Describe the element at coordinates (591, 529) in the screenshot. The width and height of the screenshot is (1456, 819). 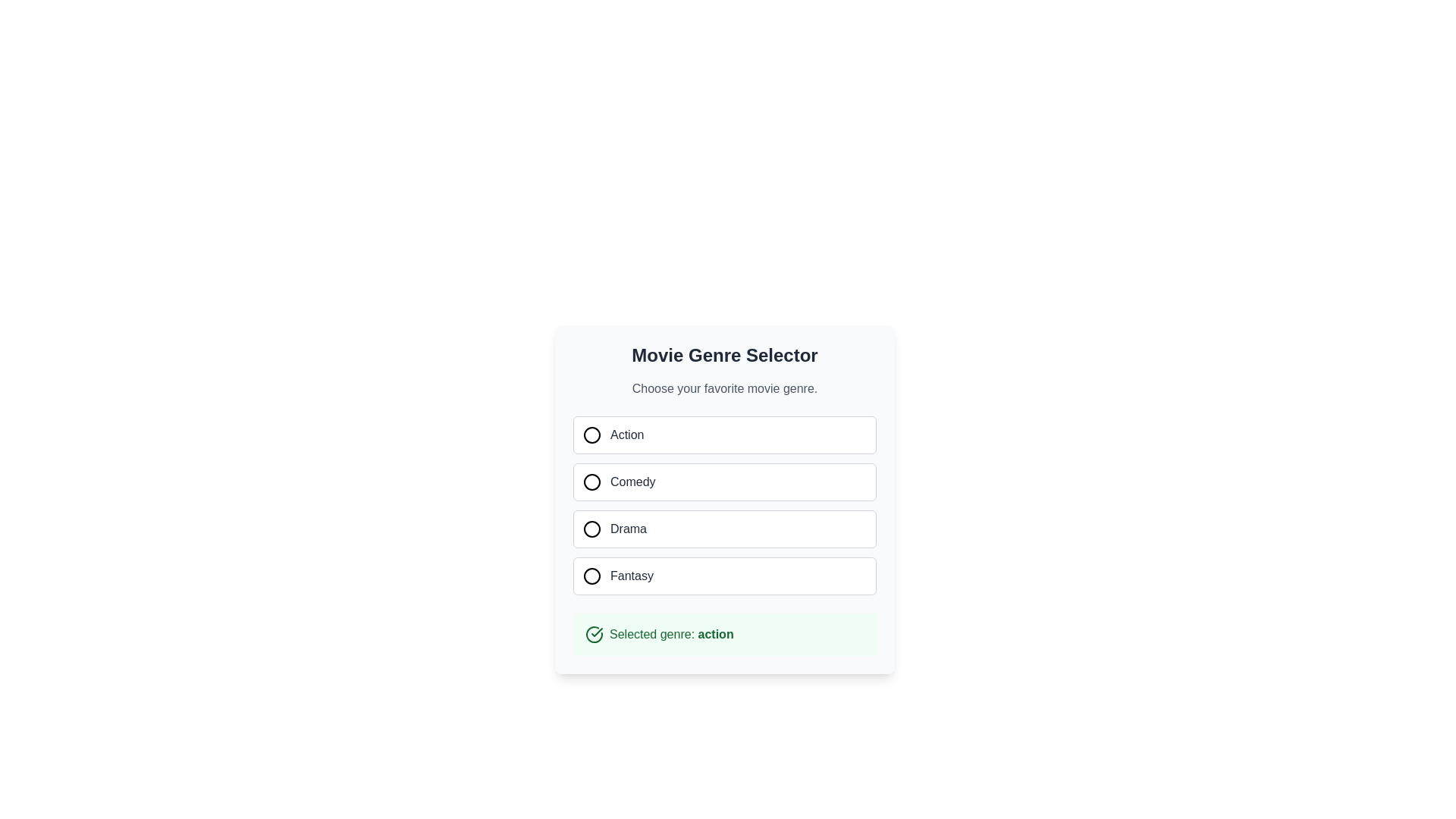
I see `the circular graphical representation of the radio button for the 'Drama' option in the 'Movie Genre Selector' list` at that location.